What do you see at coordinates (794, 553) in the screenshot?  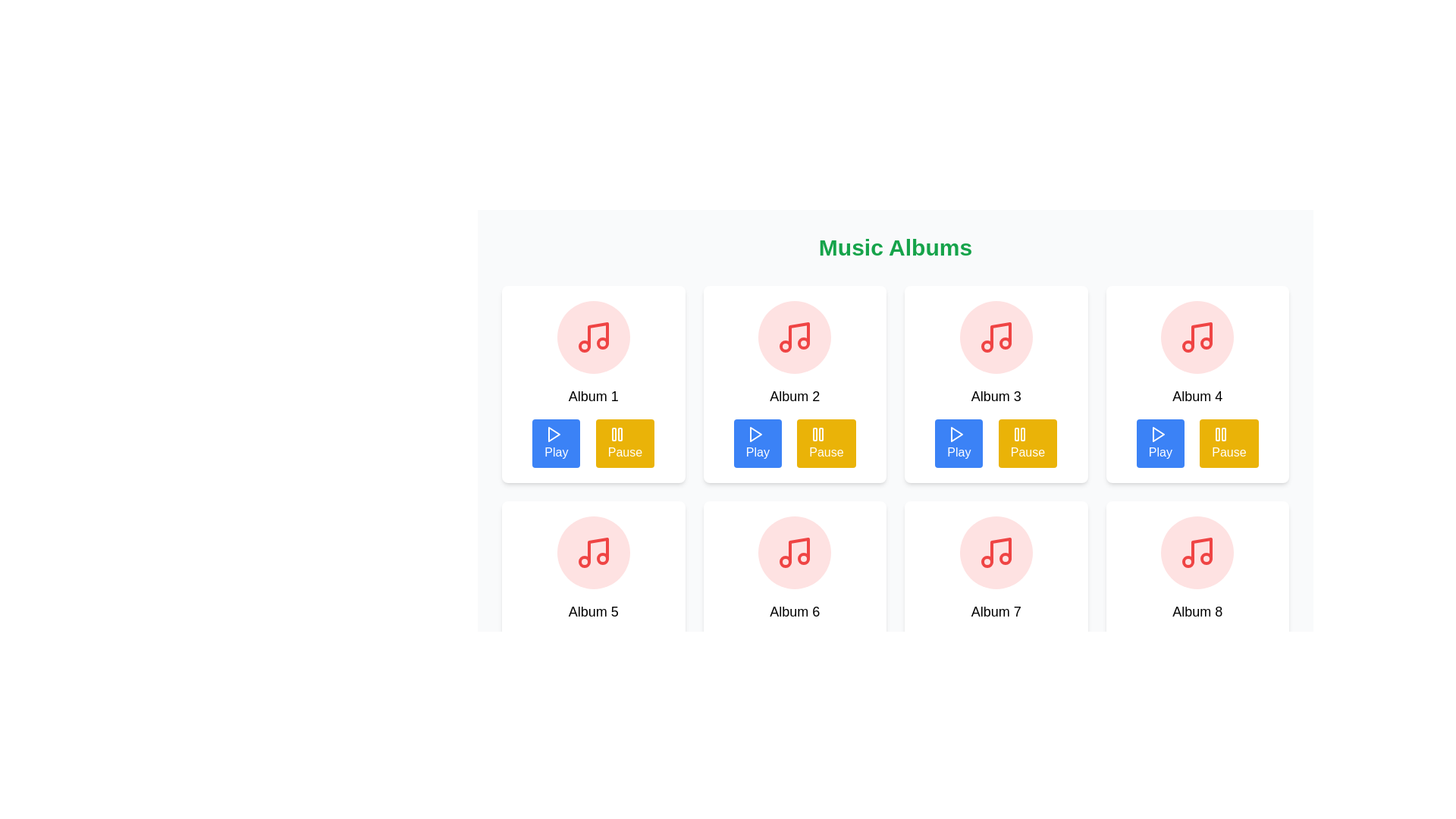 I see `the decorative music icon representing 'Album 6' located in the second column of the lower row in the grid layout` at bounding box center [794, 553].